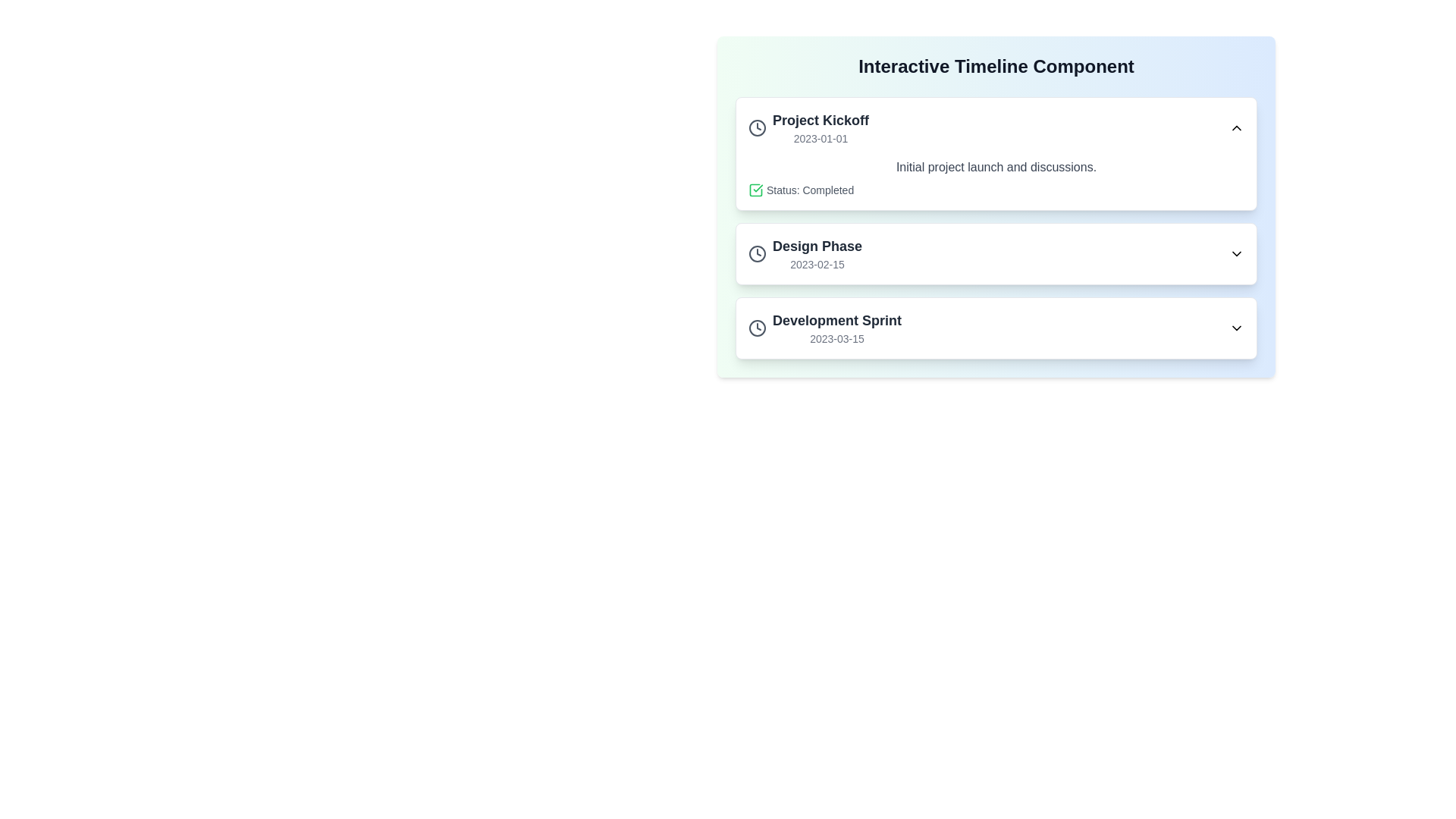 The width and height of the screenshot is (1456, 819). Describe the element at coordinates (824, 327) in the screenshot. I see `the third interactive entry in the timeline, which displays a stage name and associated date` at that location.